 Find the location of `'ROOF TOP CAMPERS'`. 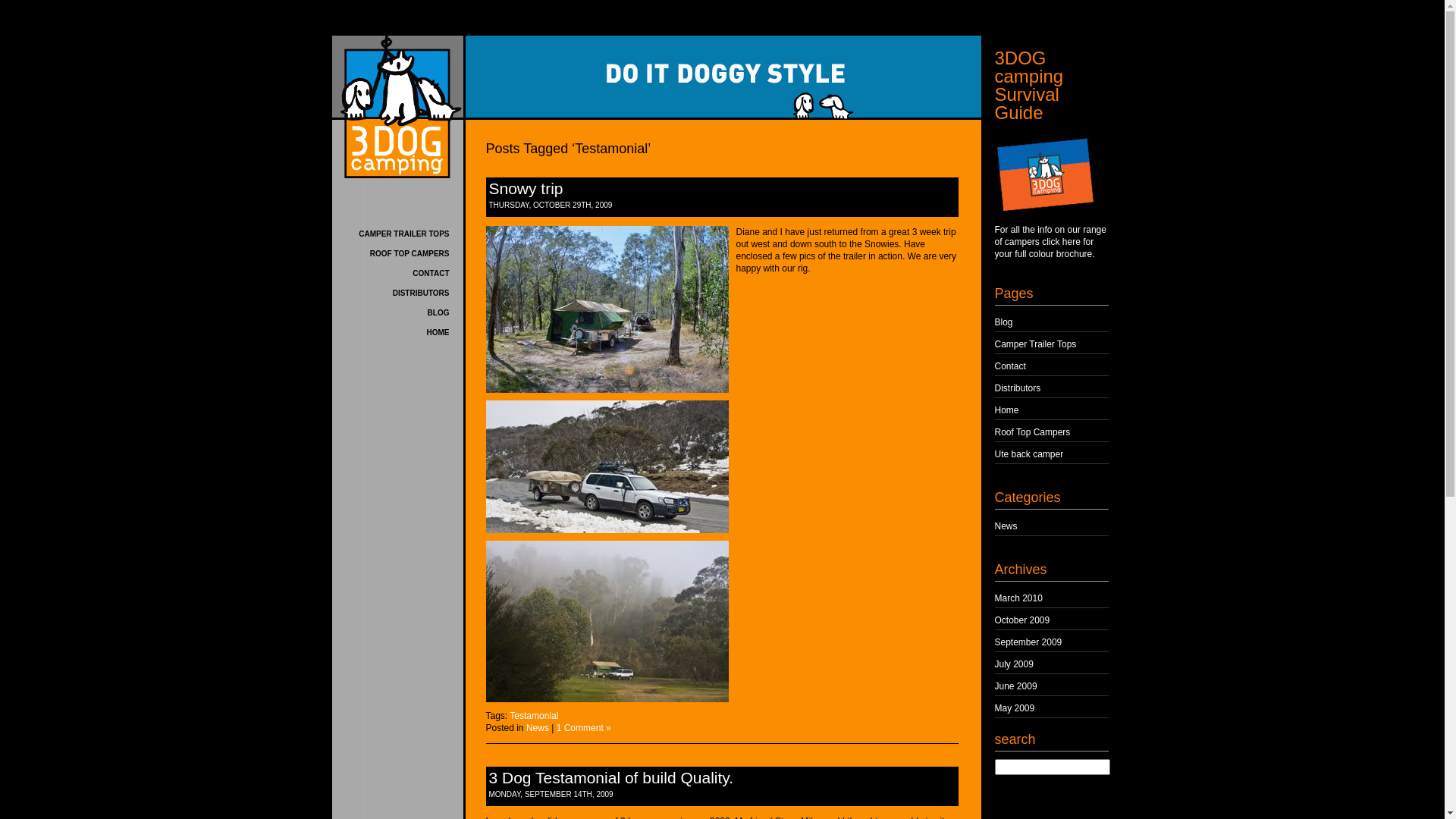

'ROOF TOP CAMPERS' is located at coordinates (409, 253).